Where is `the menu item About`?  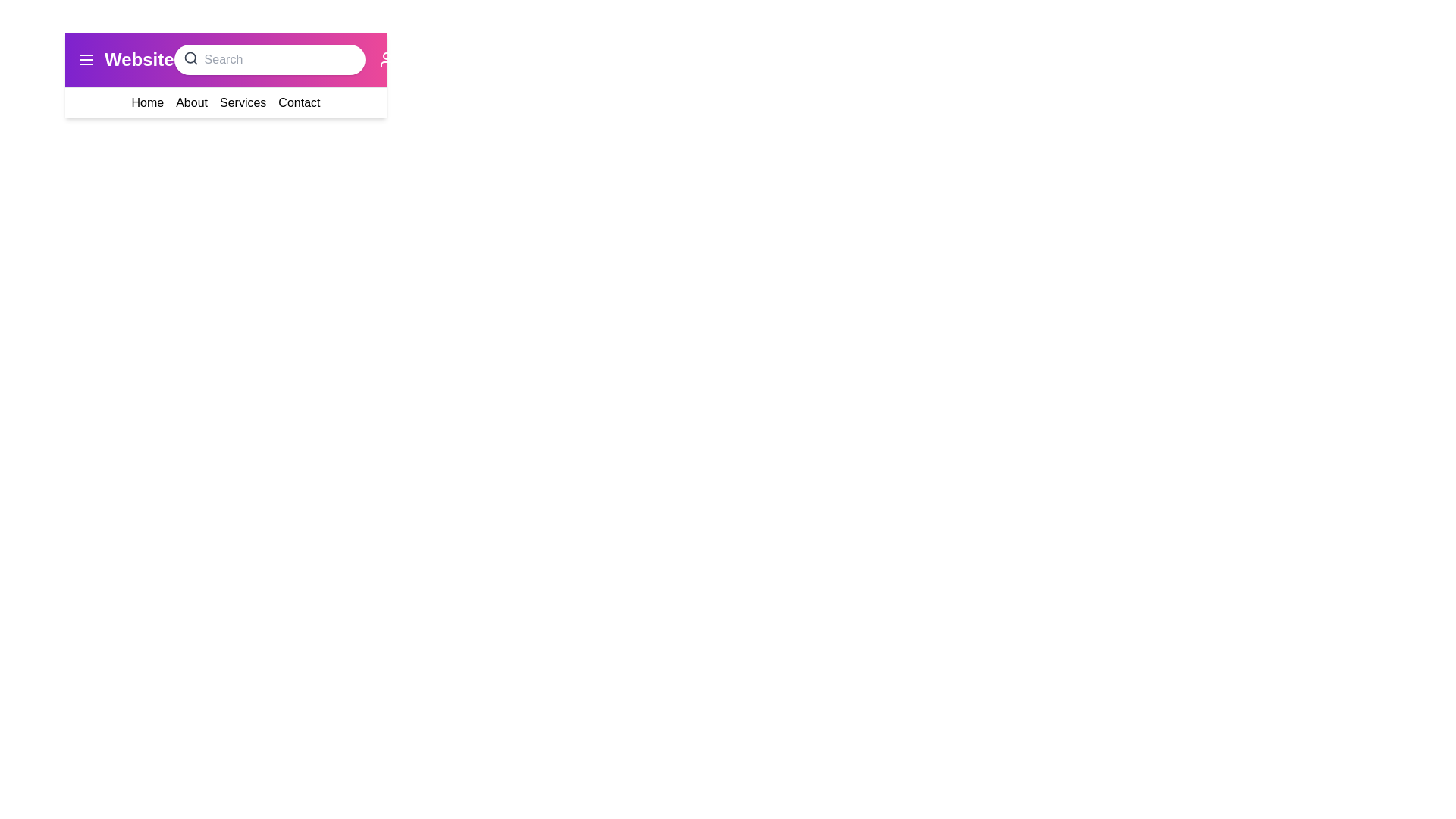 the menu item About is located at coordinates (191, 102).